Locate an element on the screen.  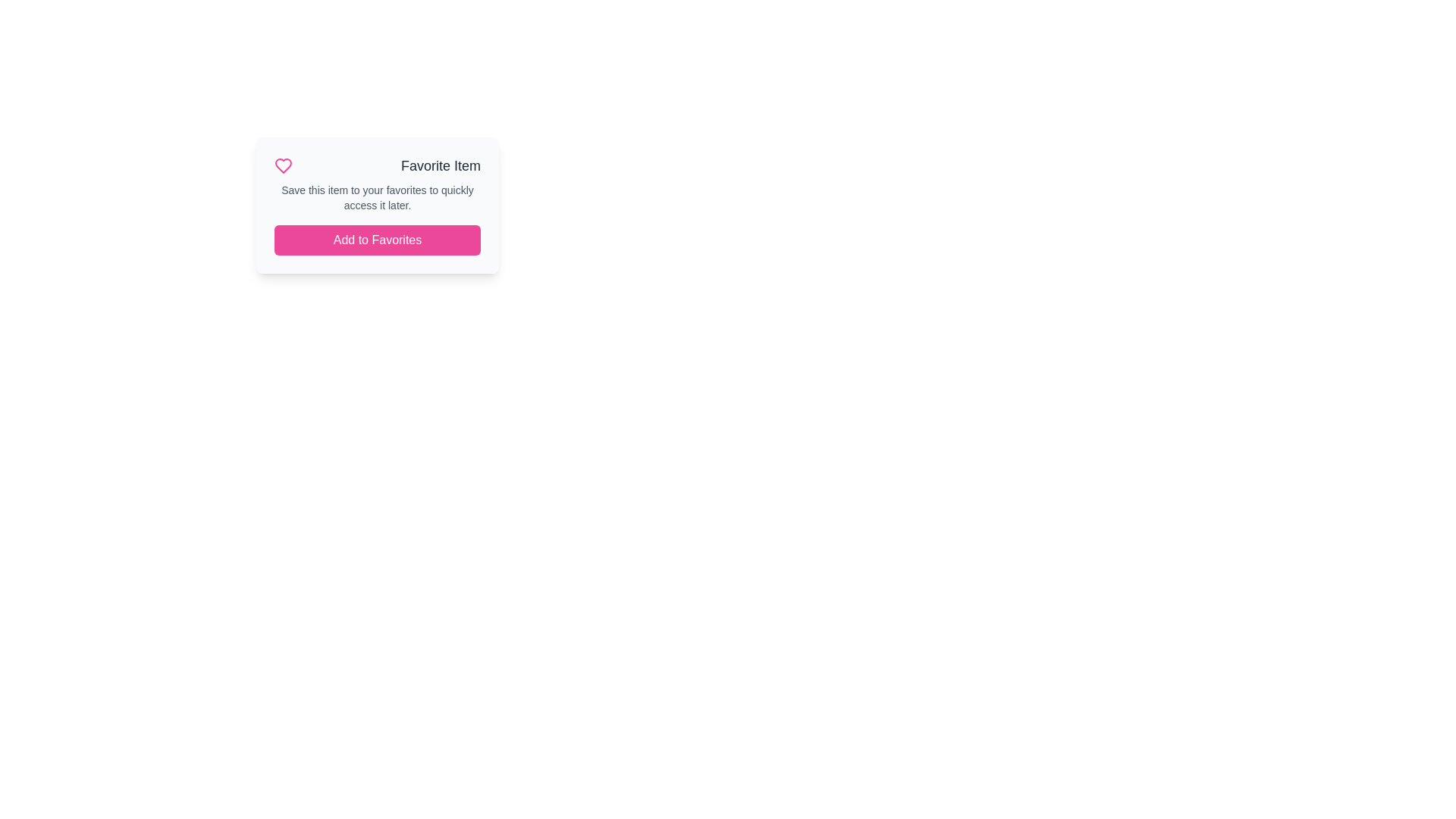
the heart icon at the top-left of the card interface, which represents the 'Add to Favorites' functionality is located at coordinates (284, 166).